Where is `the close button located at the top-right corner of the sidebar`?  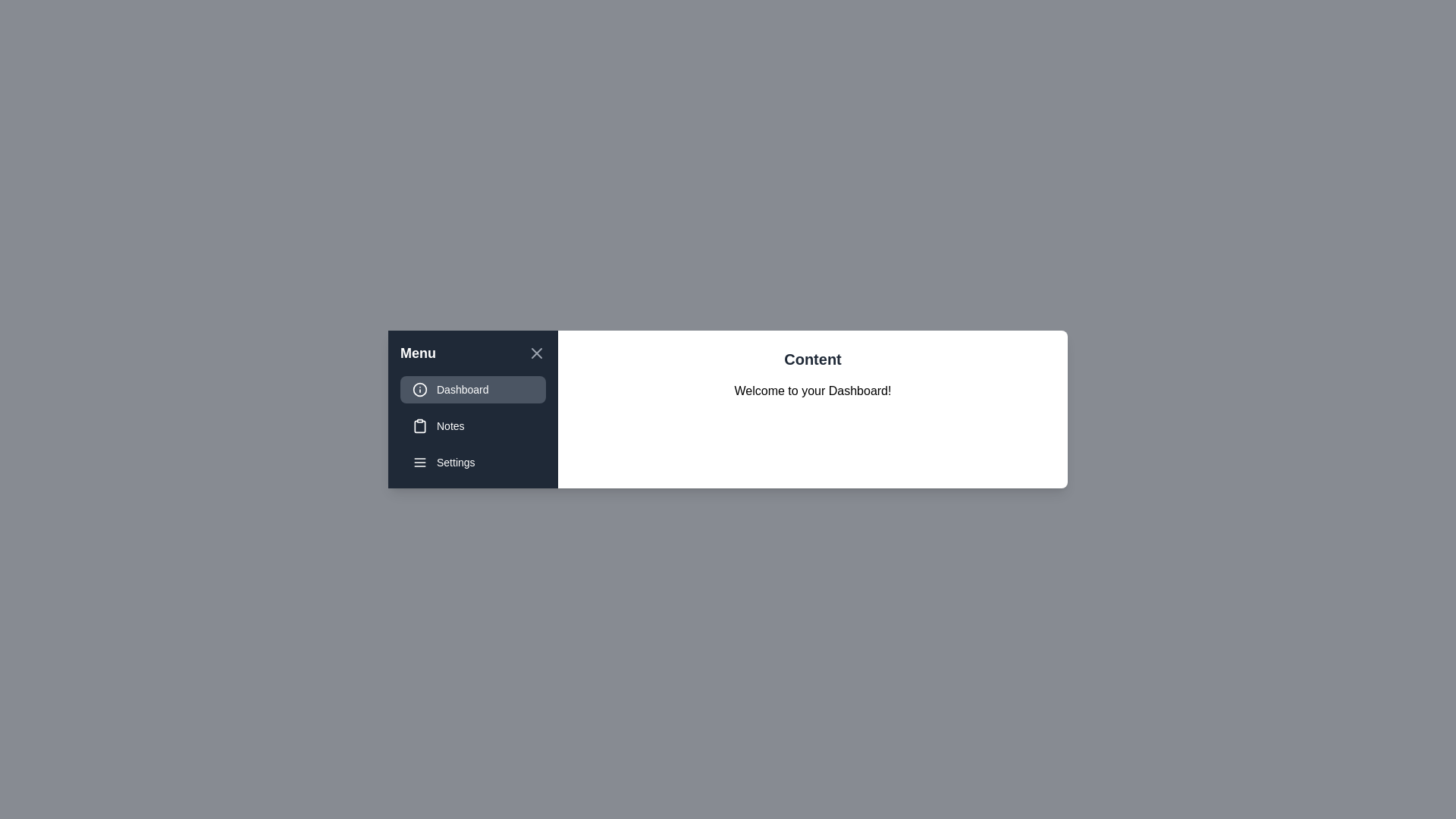 the close button located at the top-right corner of the sidebar is located at coordinates (537, 353).